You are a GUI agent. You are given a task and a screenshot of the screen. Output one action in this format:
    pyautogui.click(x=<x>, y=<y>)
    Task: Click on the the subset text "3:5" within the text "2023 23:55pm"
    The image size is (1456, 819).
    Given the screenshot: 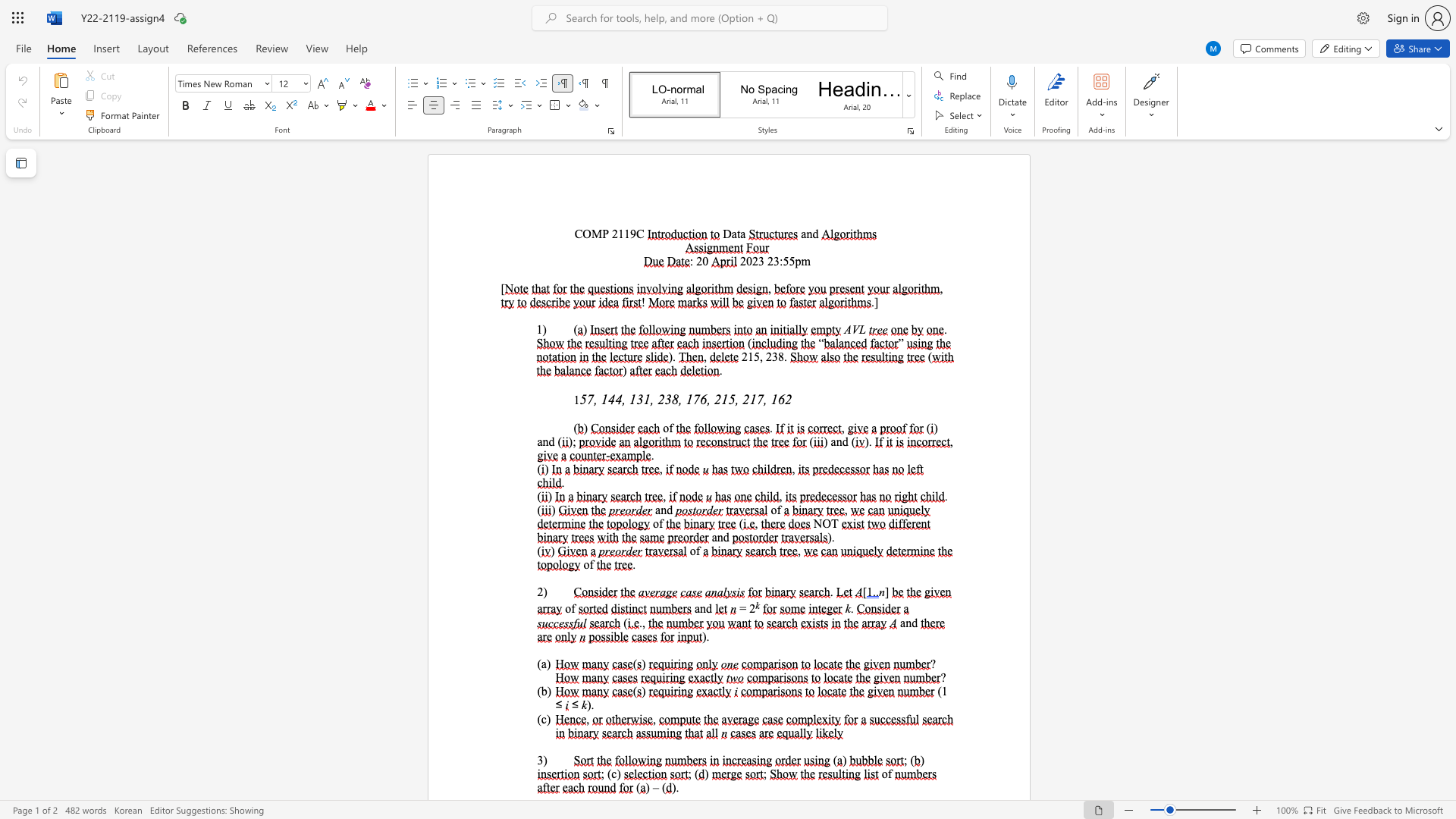 What is the action you would take?
    pyautogui.click(x=773, y=260)
    